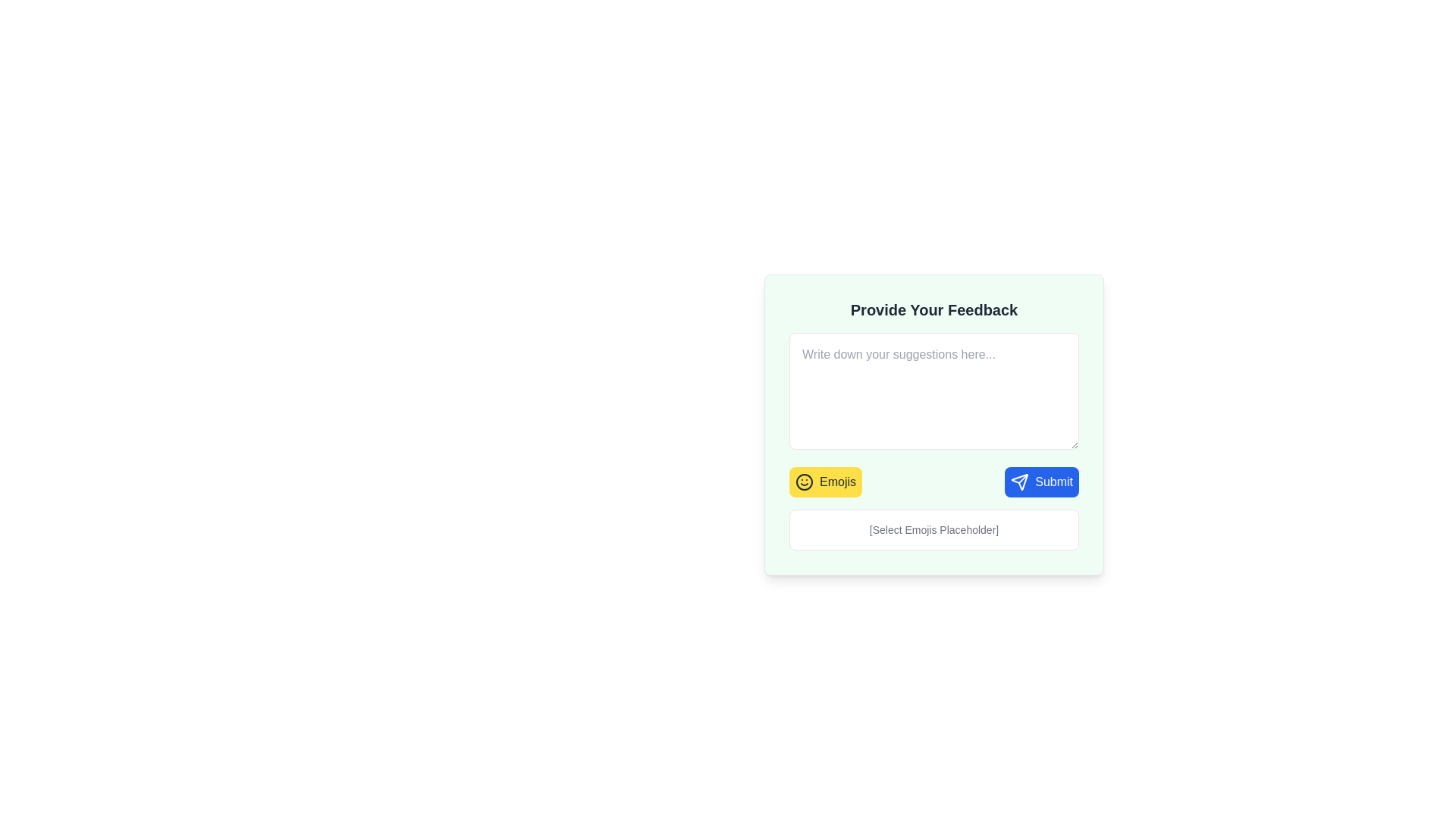  What do you see at coordinates (934, 529) in the screenshot?
I see `the text element displaying the placeholder '[Select Emojis Placeholder]' which is styled with a gray font inside a white rounded rectangular box` at bounding box center [934, 529].